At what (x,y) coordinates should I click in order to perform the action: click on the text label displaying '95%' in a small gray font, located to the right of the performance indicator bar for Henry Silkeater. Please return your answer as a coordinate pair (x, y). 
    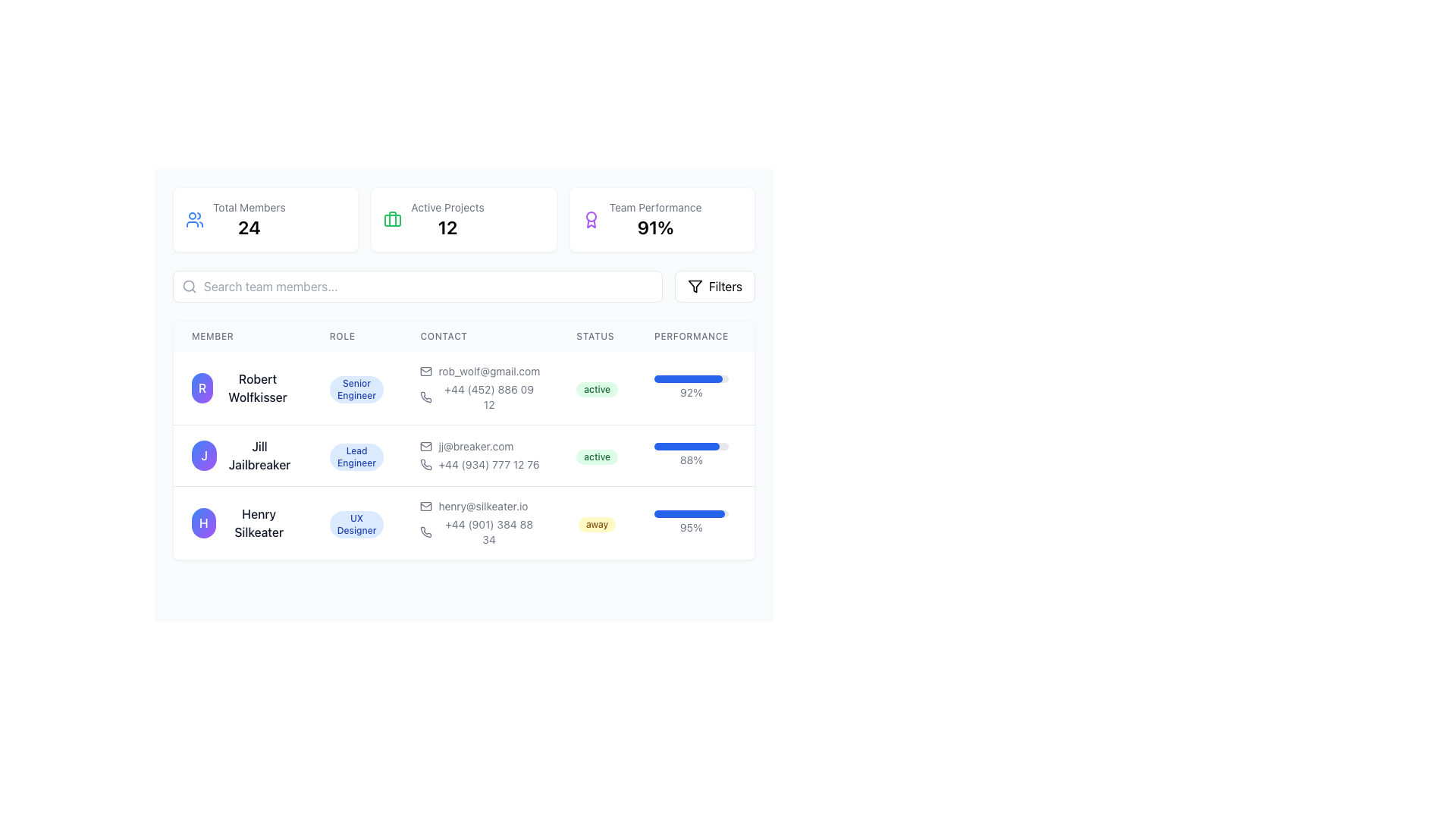
    Looking at the image, I should click on (691, 526).